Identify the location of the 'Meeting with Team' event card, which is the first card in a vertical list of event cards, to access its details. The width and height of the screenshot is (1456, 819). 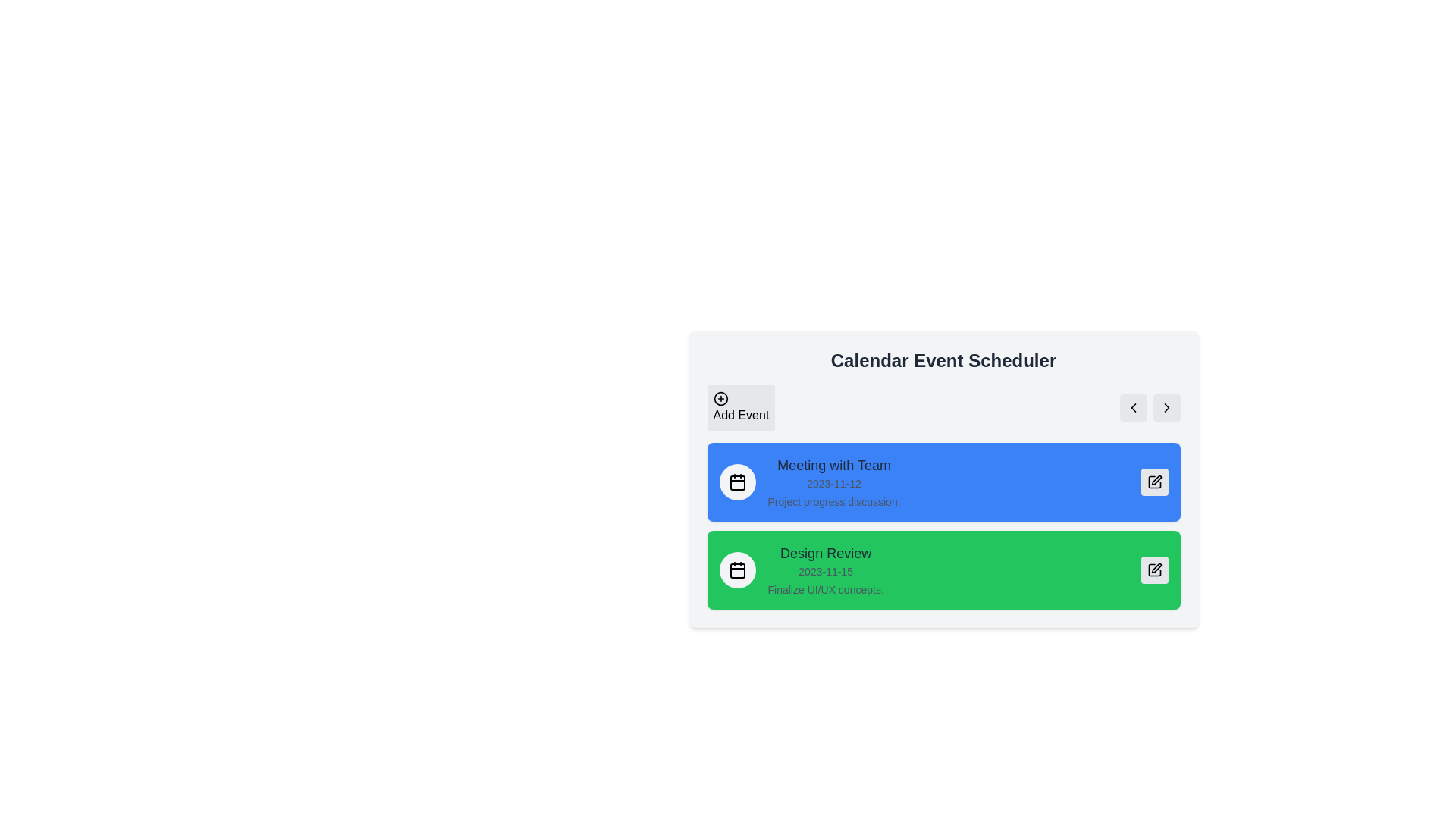
(943, 482).